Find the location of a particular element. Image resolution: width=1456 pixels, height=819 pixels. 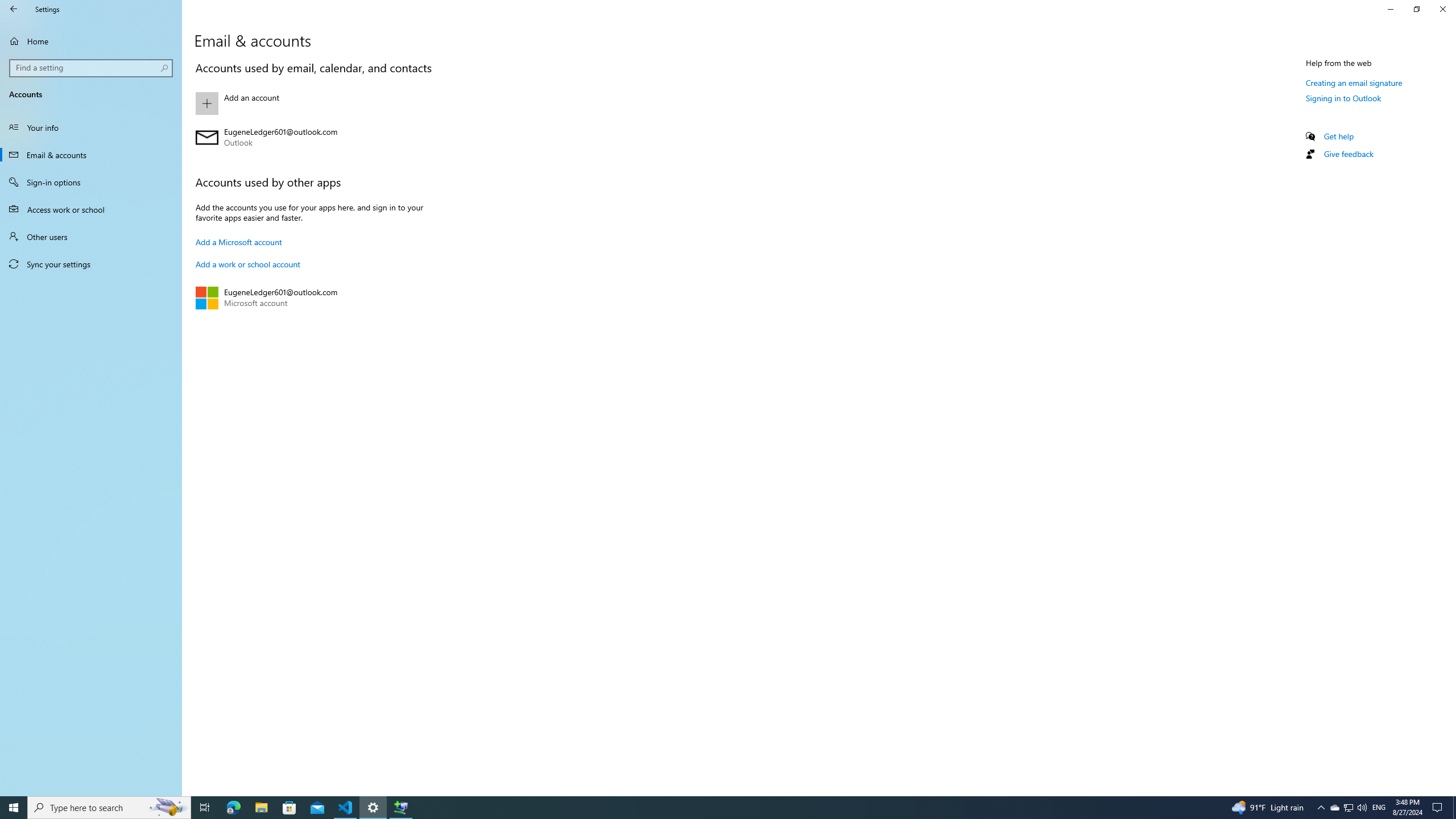

'Creating an email signature' is located at coordinates (1354, 82).